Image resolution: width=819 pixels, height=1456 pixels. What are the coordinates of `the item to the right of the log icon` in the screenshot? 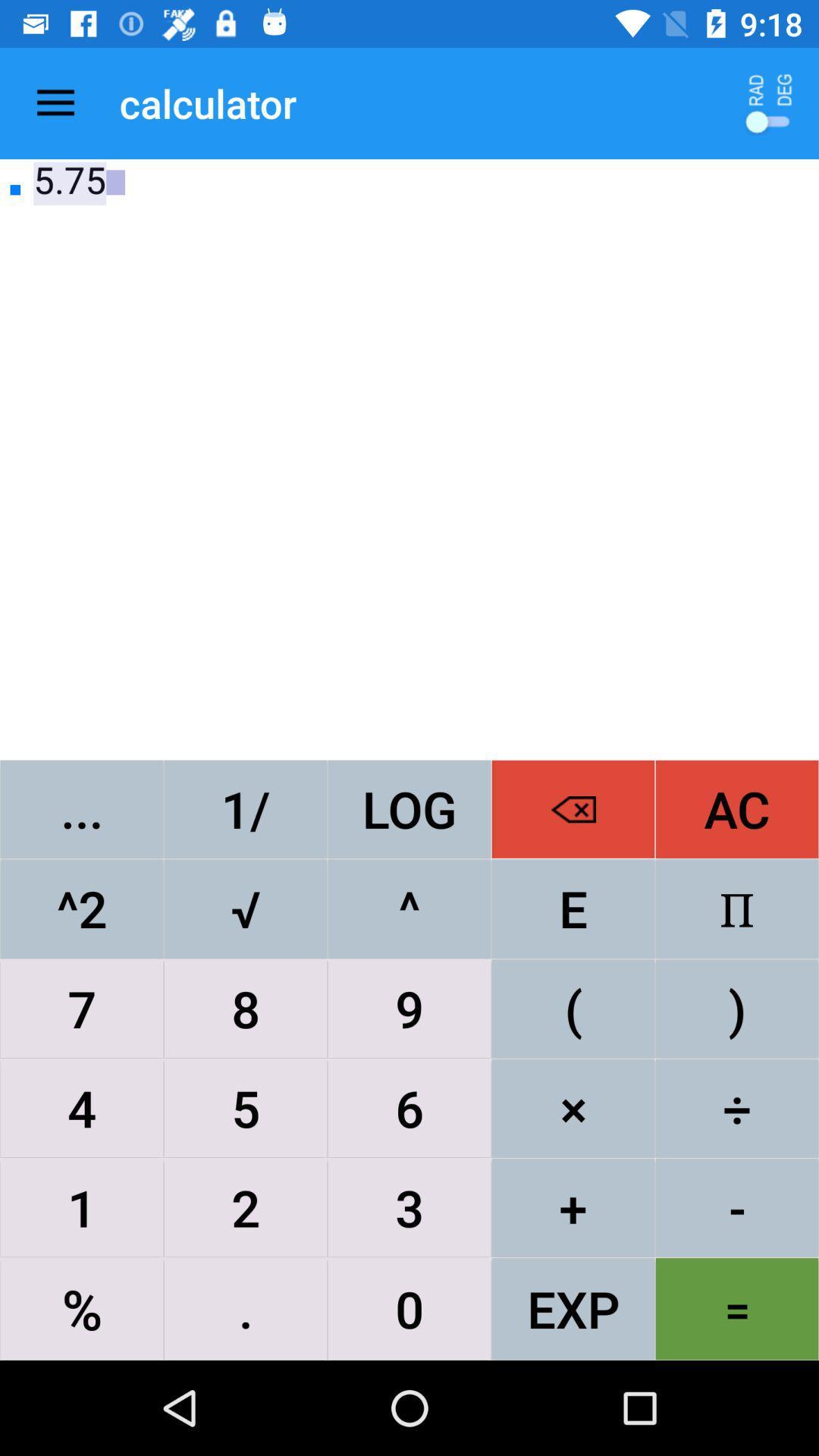 It's located at (573, 808).